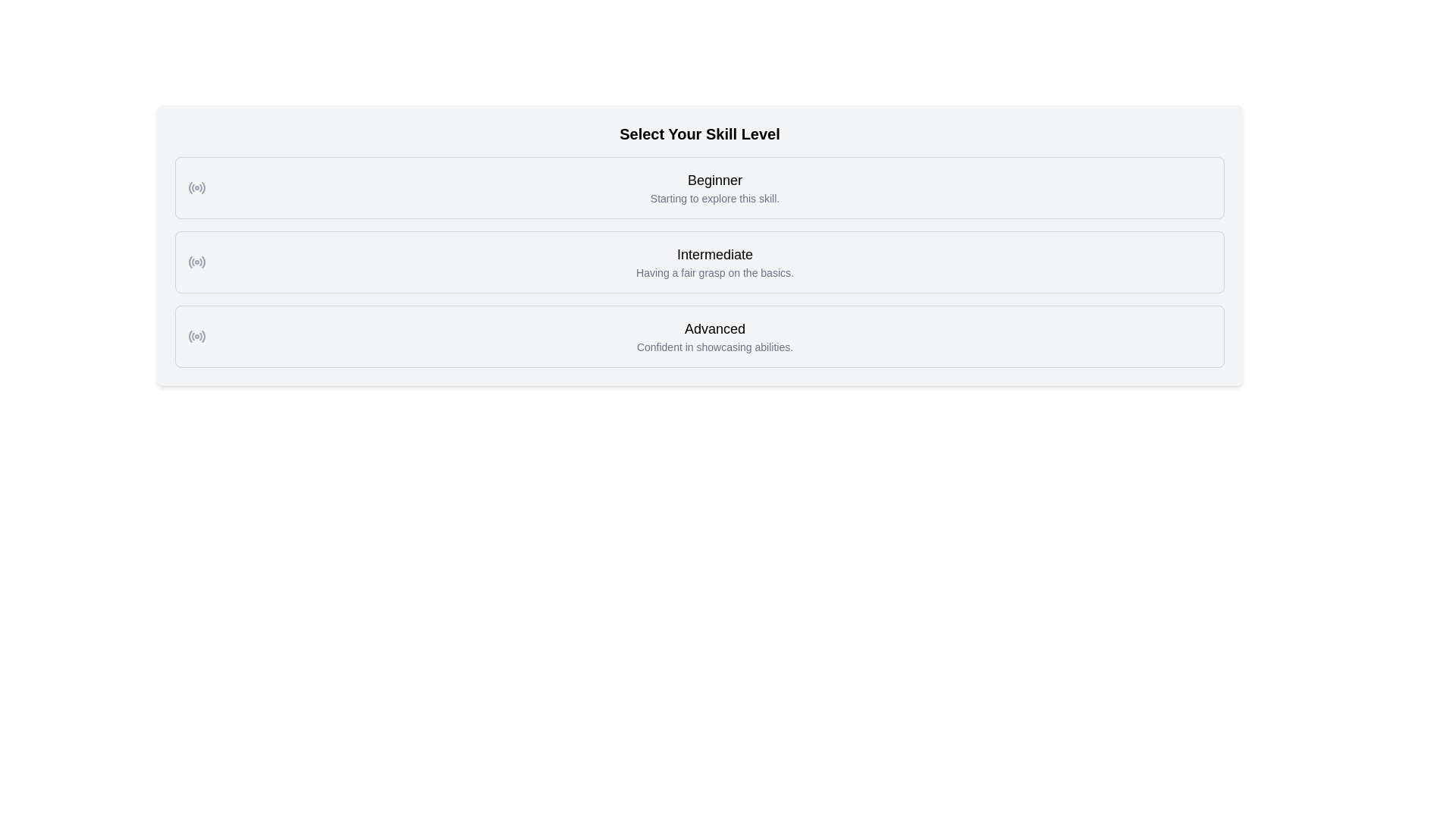  What do you see at coordinates (698, 335) in the screenshot?
I see `the selectable option labeled 'Advanced' in the skill level selection, which is the third option in the series` at bounding box center [698, 335].